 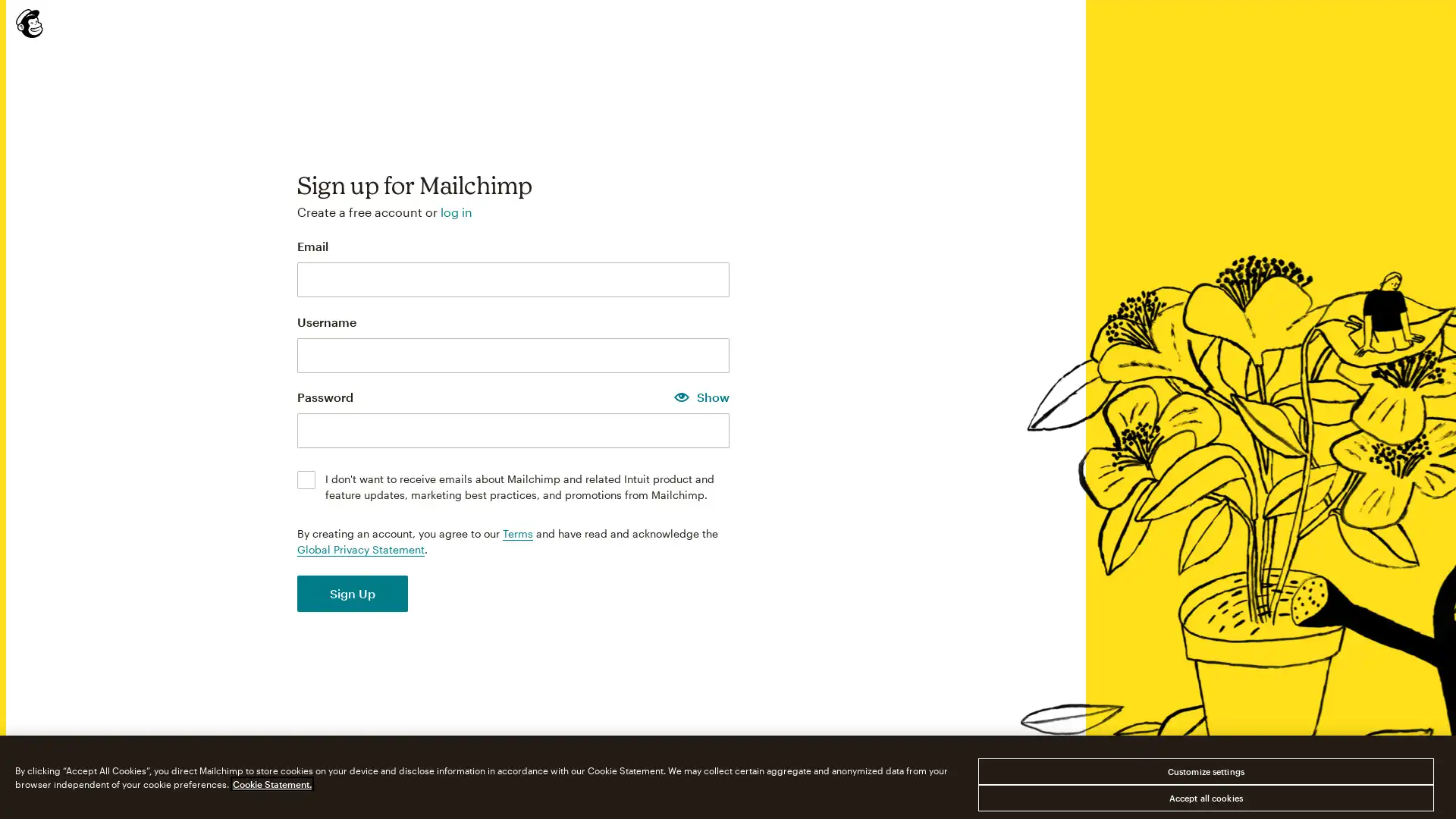 What do you see at coordinates (1204, 797) in the screenshot?
I see `Accept all cookies` at bounding box center [1204, 797].